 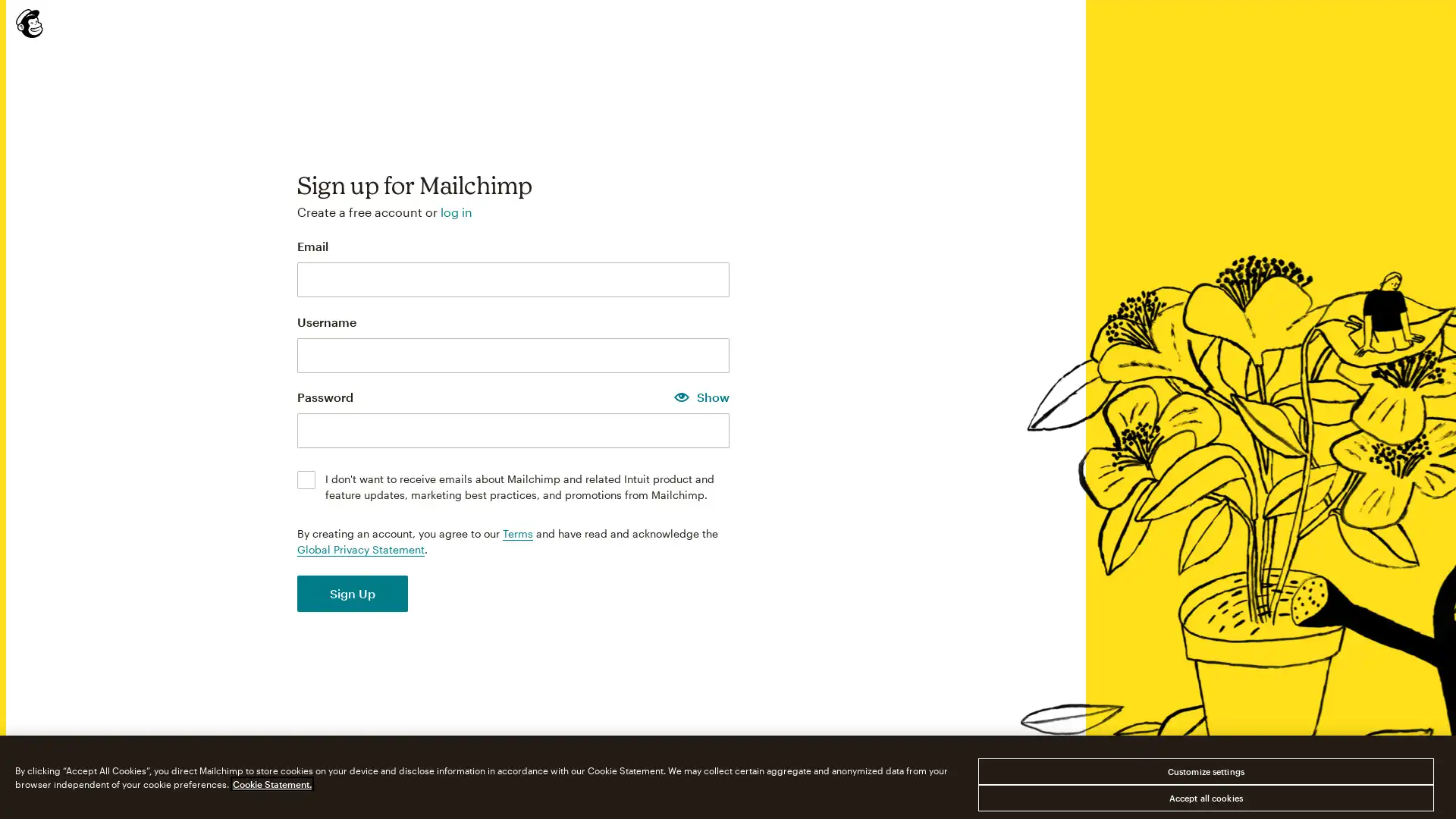 What do you see at coordinates (1204, 797) in the screenshot?
I see `Accept all cookies` at bounding box center [1204, 797].